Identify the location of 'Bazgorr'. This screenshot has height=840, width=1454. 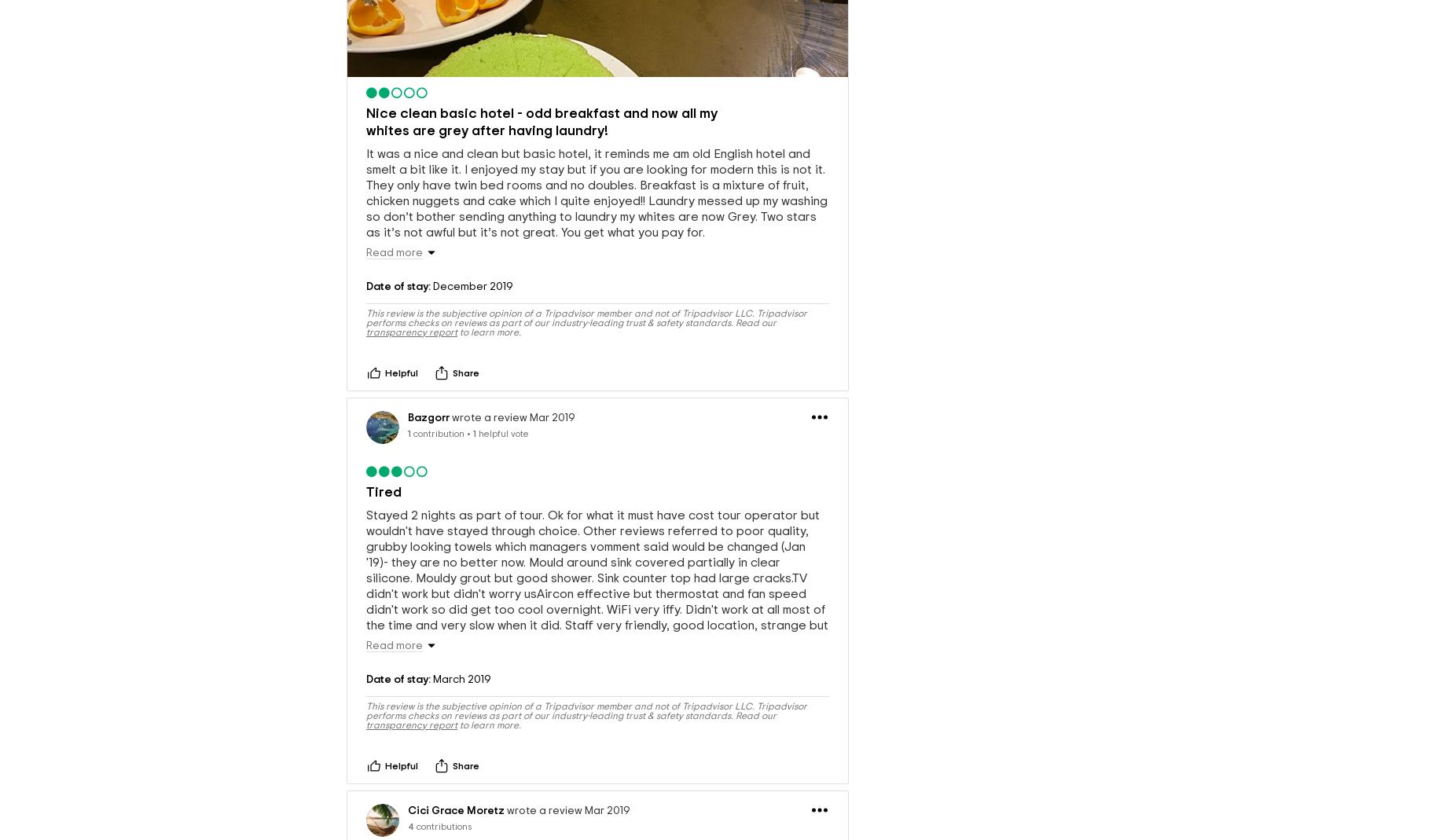
(428, 416).